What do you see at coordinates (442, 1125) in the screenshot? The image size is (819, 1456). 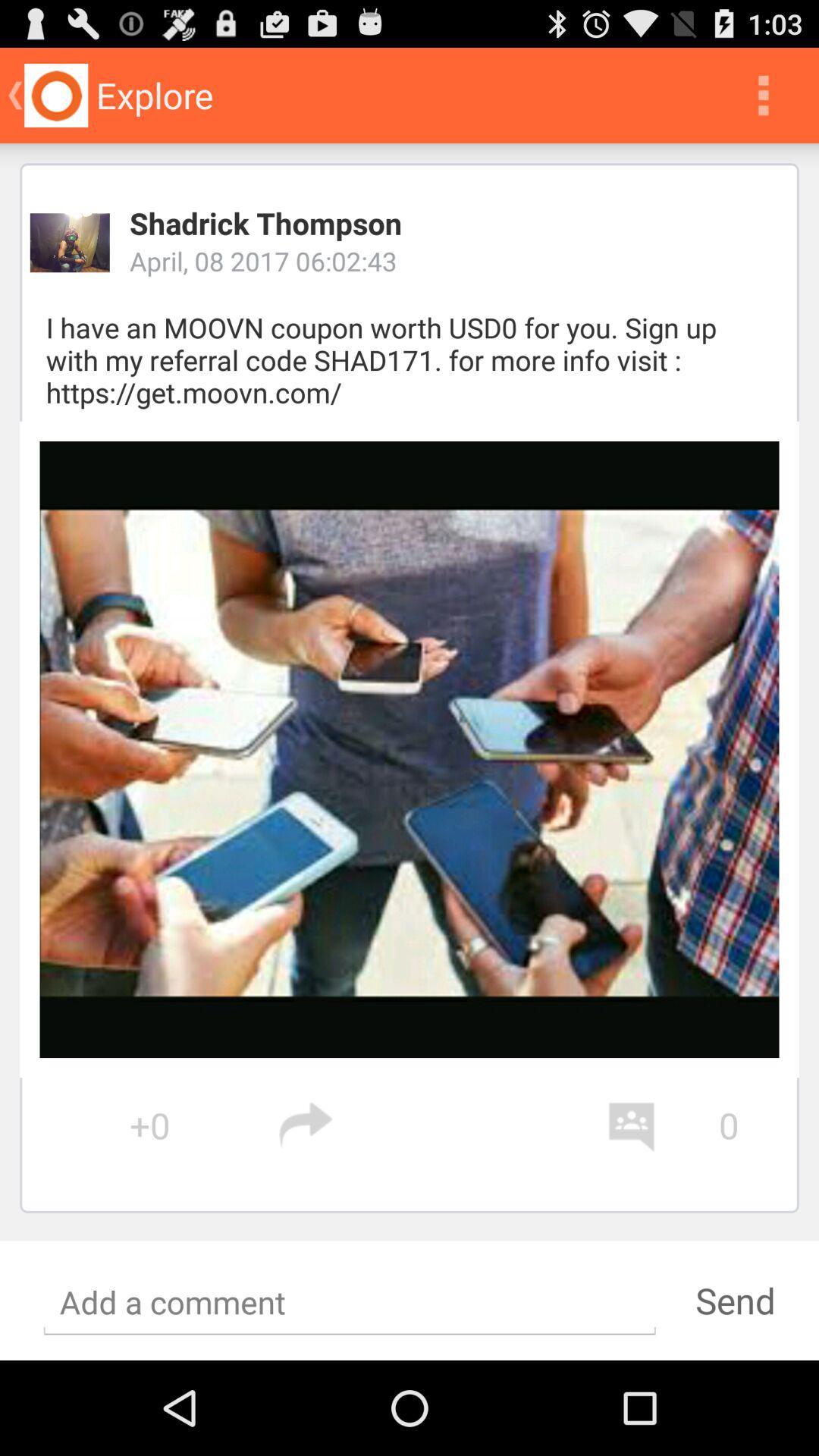 I see `item next to the +0` at bounding box center [442, 1125].